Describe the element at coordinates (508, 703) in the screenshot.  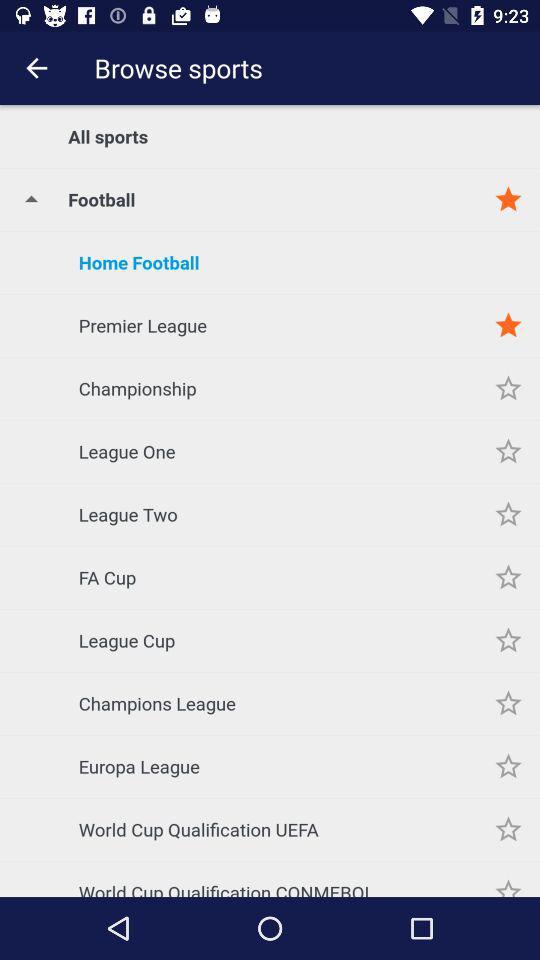
I see `sport to favorites` at that location.